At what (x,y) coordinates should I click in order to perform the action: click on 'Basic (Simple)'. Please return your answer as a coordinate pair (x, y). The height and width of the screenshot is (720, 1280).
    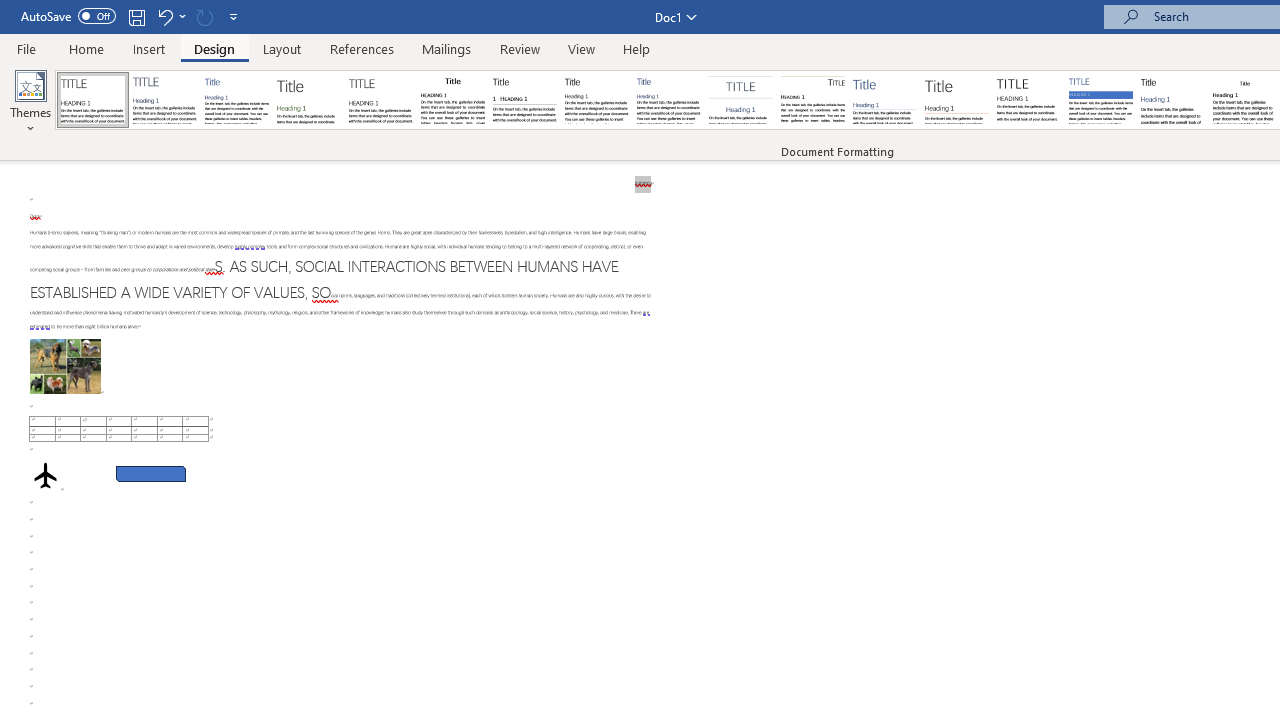
    Looking at the image, I should click on (236, 100).